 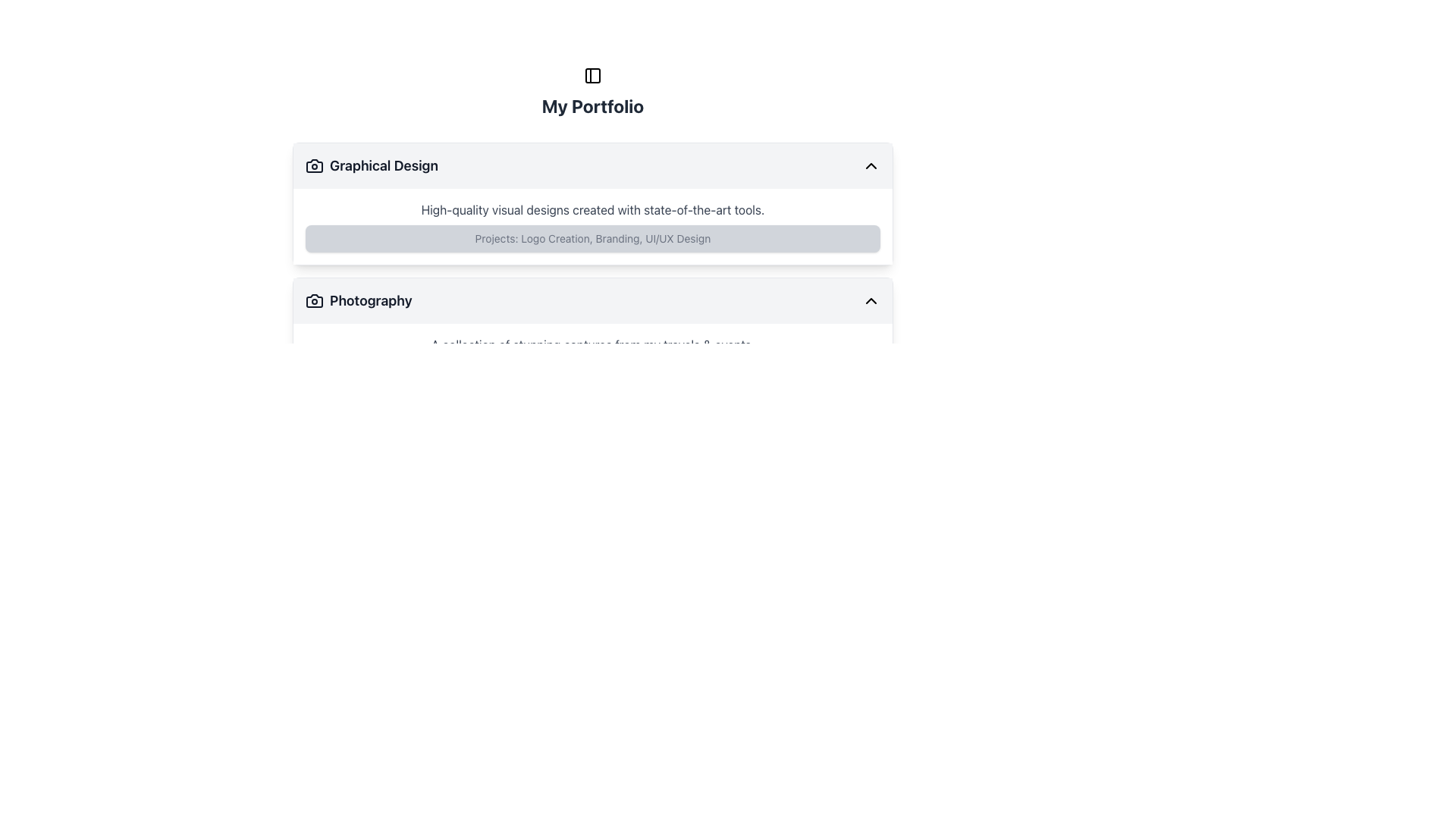 What do you see at coordinates (592, 210) in the screenshot?
I see `and comprehend the text label that states 'High-quality visual designs created with state-of-the-art tools.' located beneath the heading 'Graphical Design.'` at bounding box center [592, 210].